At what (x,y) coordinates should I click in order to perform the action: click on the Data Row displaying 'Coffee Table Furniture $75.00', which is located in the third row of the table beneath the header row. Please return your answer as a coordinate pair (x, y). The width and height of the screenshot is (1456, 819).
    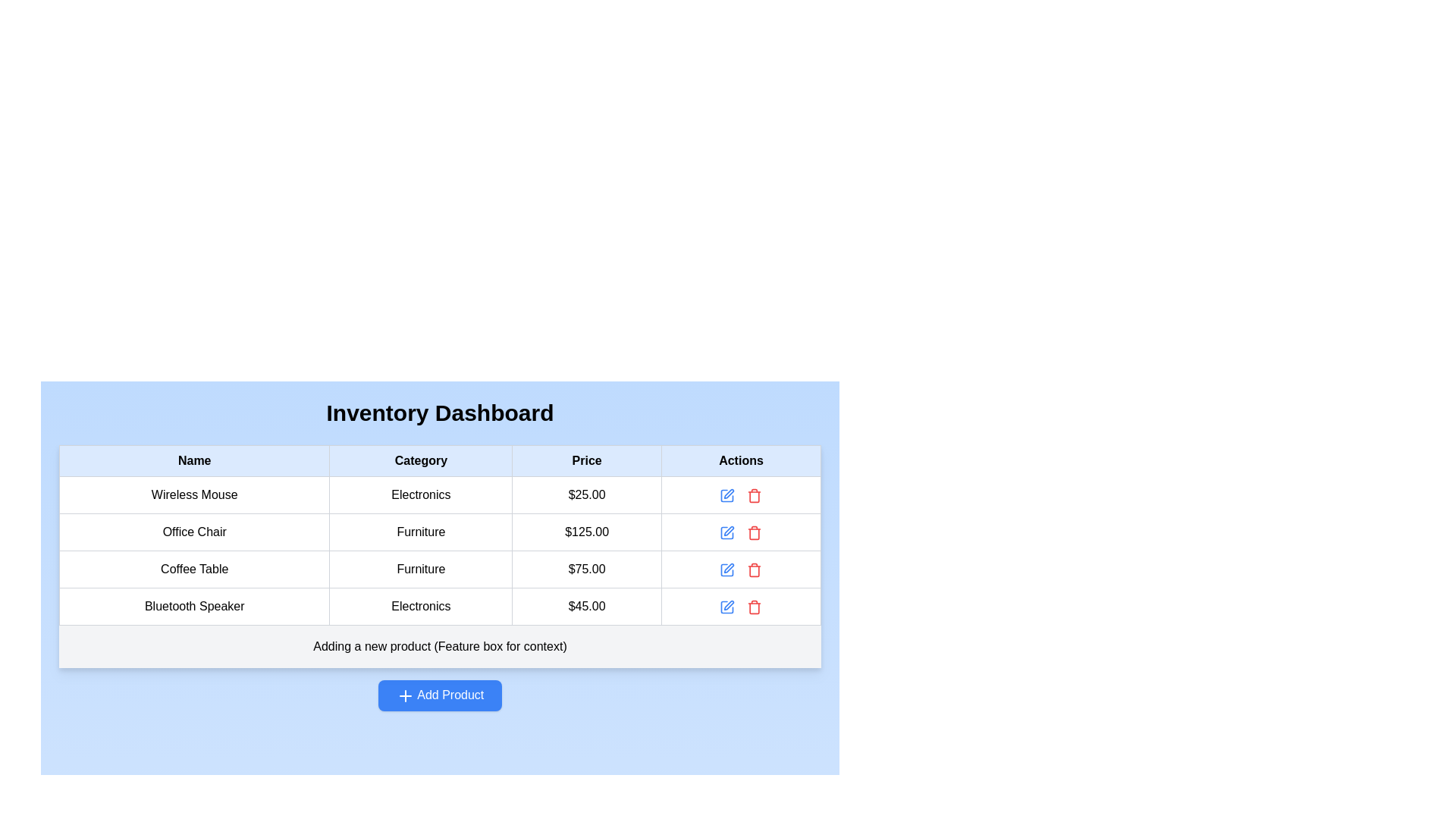
    Looking at the image, I should click on (439, 570).